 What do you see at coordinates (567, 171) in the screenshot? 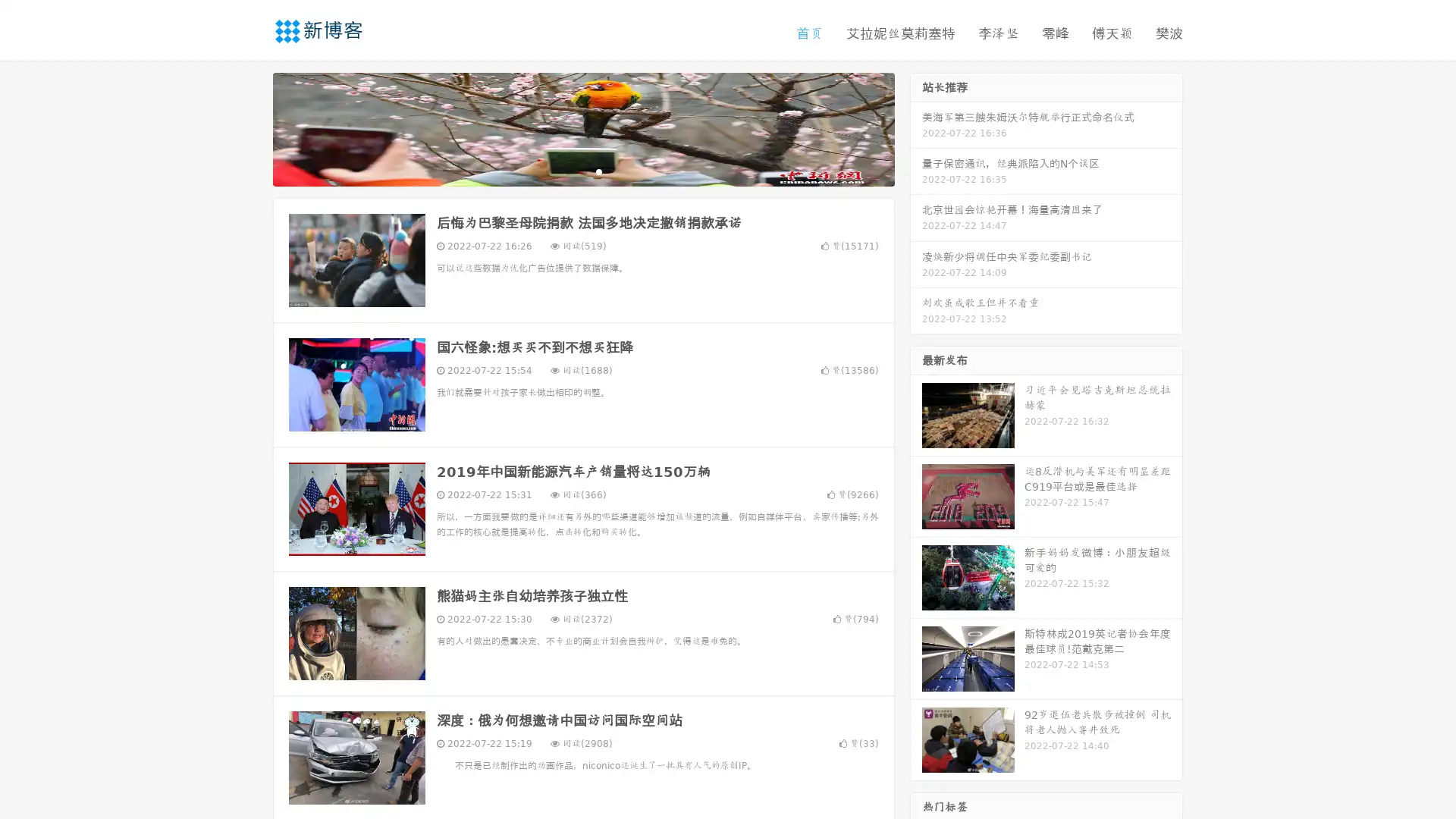
I see `Go to slide 1` at bounding box center [567, 171].